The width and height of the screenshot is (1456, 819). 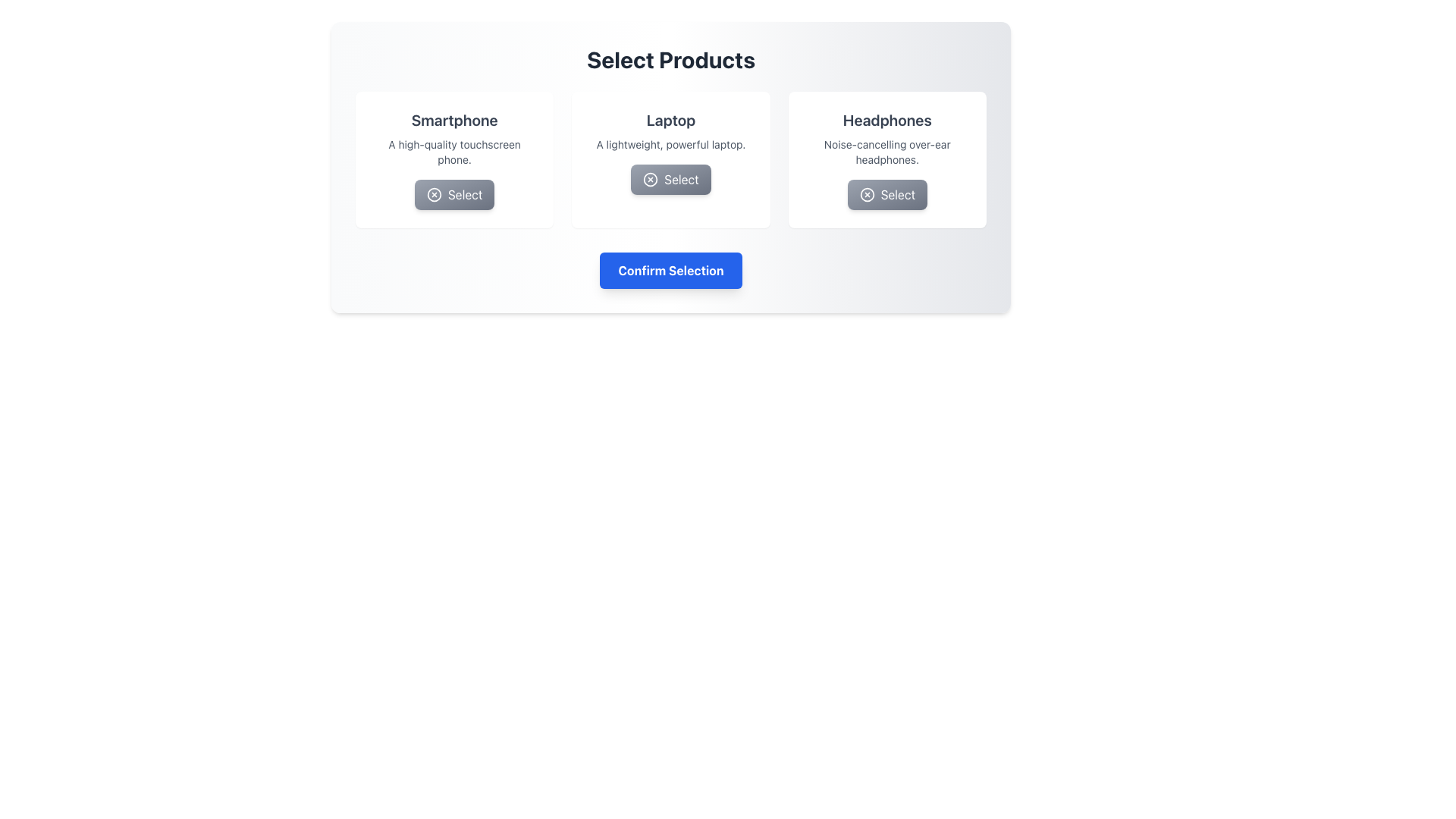 What do you see at coordinates (887, 152) in the screenshot?
I see `the static text element reading 'Noise-cancelling over-ear headphones' located beneath the title 'Headphones' in the third product card` at bounding box center [887, 152].